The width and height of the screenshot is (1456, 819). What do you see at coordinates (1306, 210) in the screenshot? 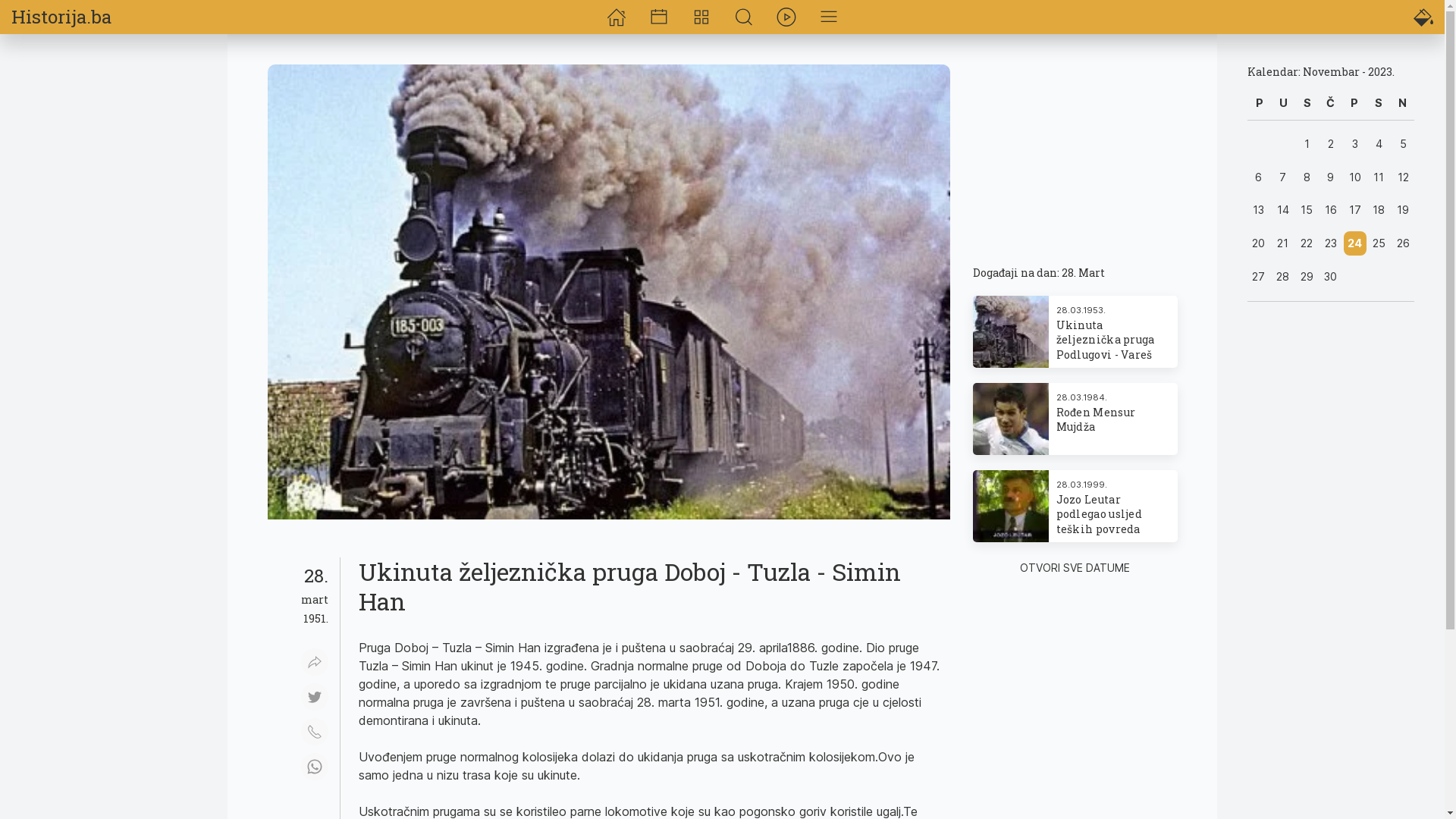
I see `'15'` at bounding box center [1306, 210].